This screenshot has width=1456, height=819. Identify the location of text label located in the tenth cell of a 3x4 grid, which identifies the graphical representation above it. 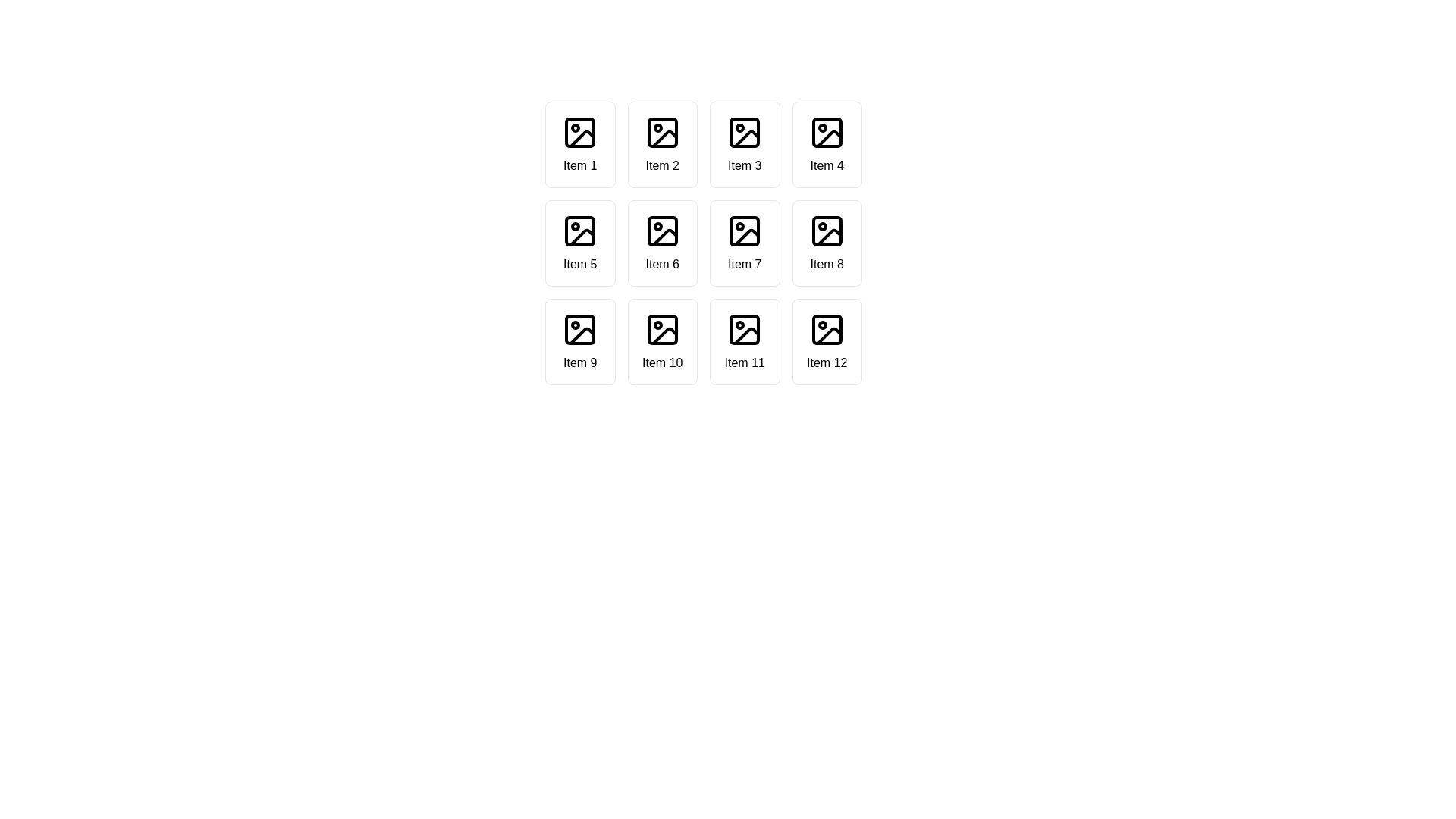
(662, 362).